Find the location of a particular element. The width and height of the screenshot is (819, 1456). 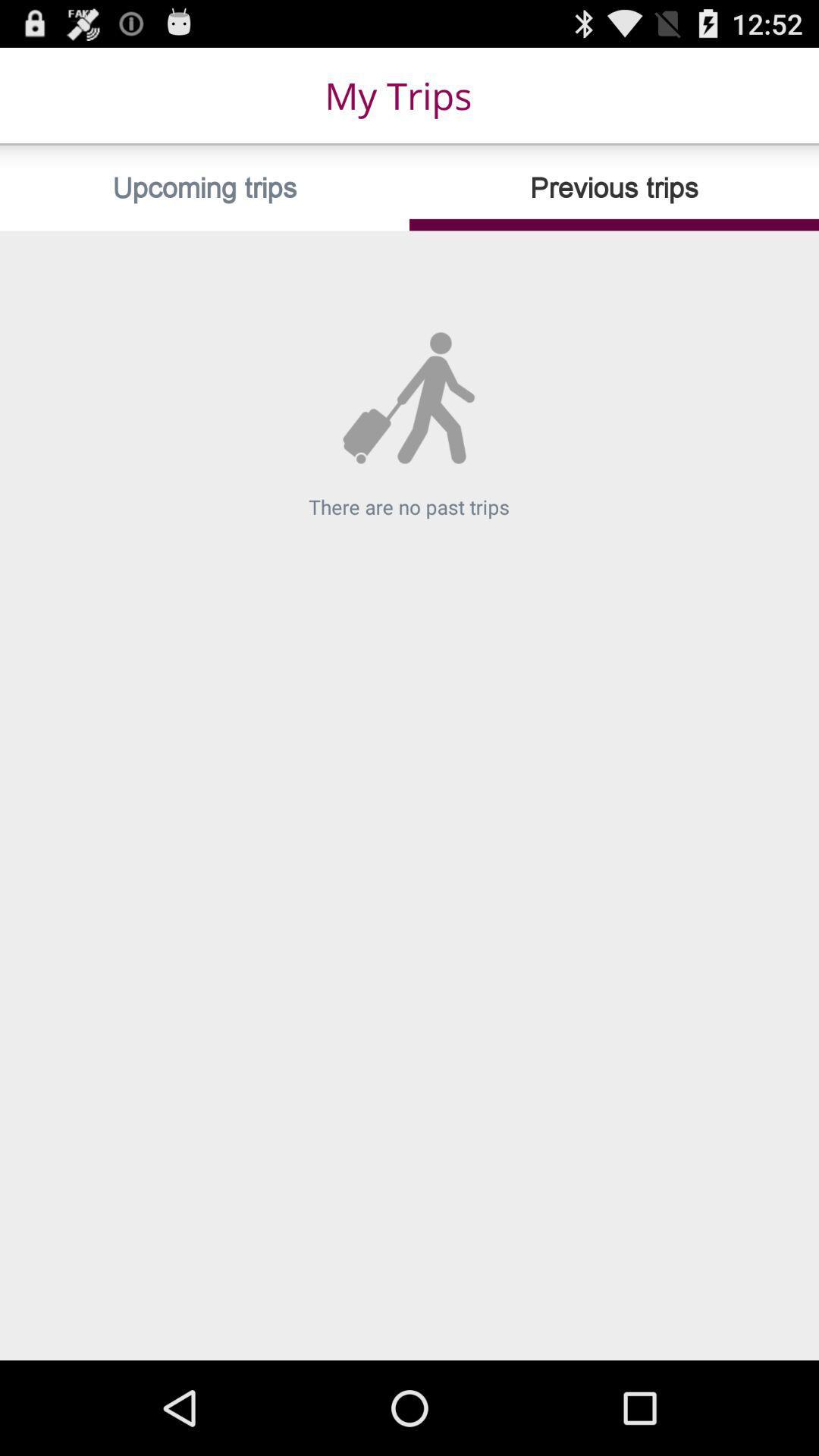

the item at the top left corner is located at coordinates (205, 187).